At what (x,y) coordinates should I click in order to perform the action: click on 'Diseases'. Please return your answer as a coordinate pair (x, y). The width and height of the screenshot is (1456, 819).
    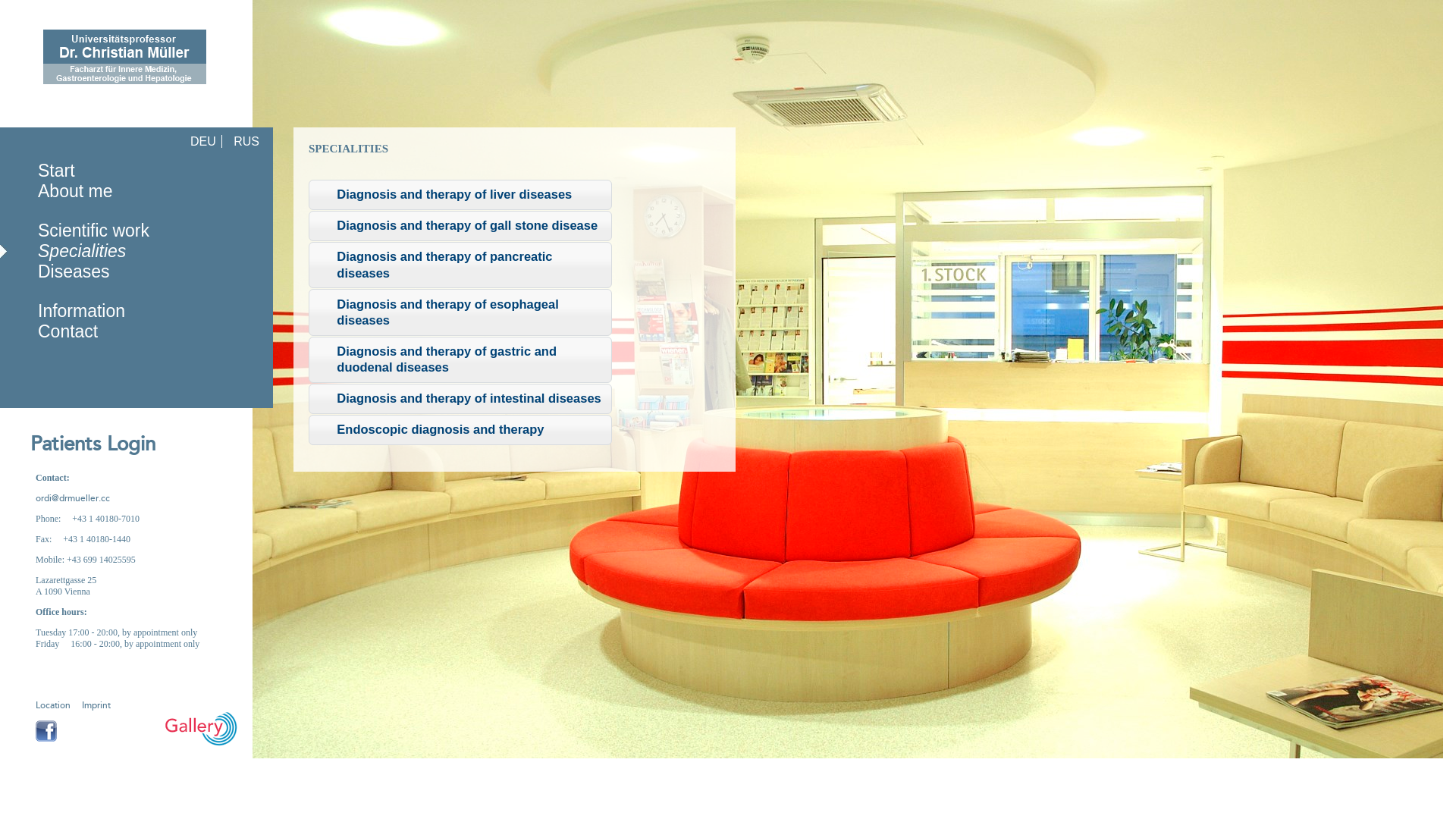
    Looking at the image, I should click on (73, 271).